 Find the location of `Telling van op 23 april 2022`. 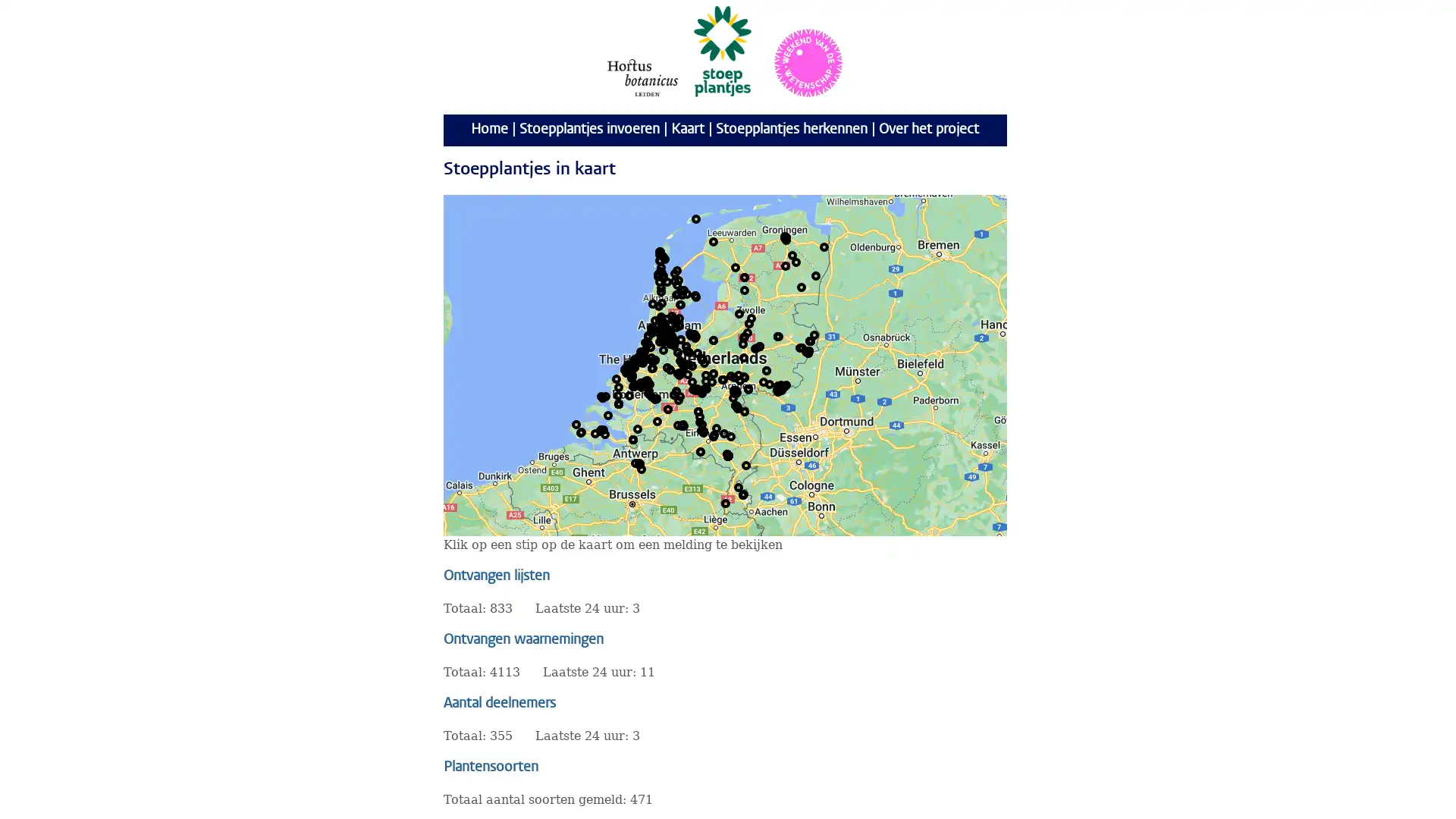

Telling van op 23 april 2022 is located at coordinates (634, 384).